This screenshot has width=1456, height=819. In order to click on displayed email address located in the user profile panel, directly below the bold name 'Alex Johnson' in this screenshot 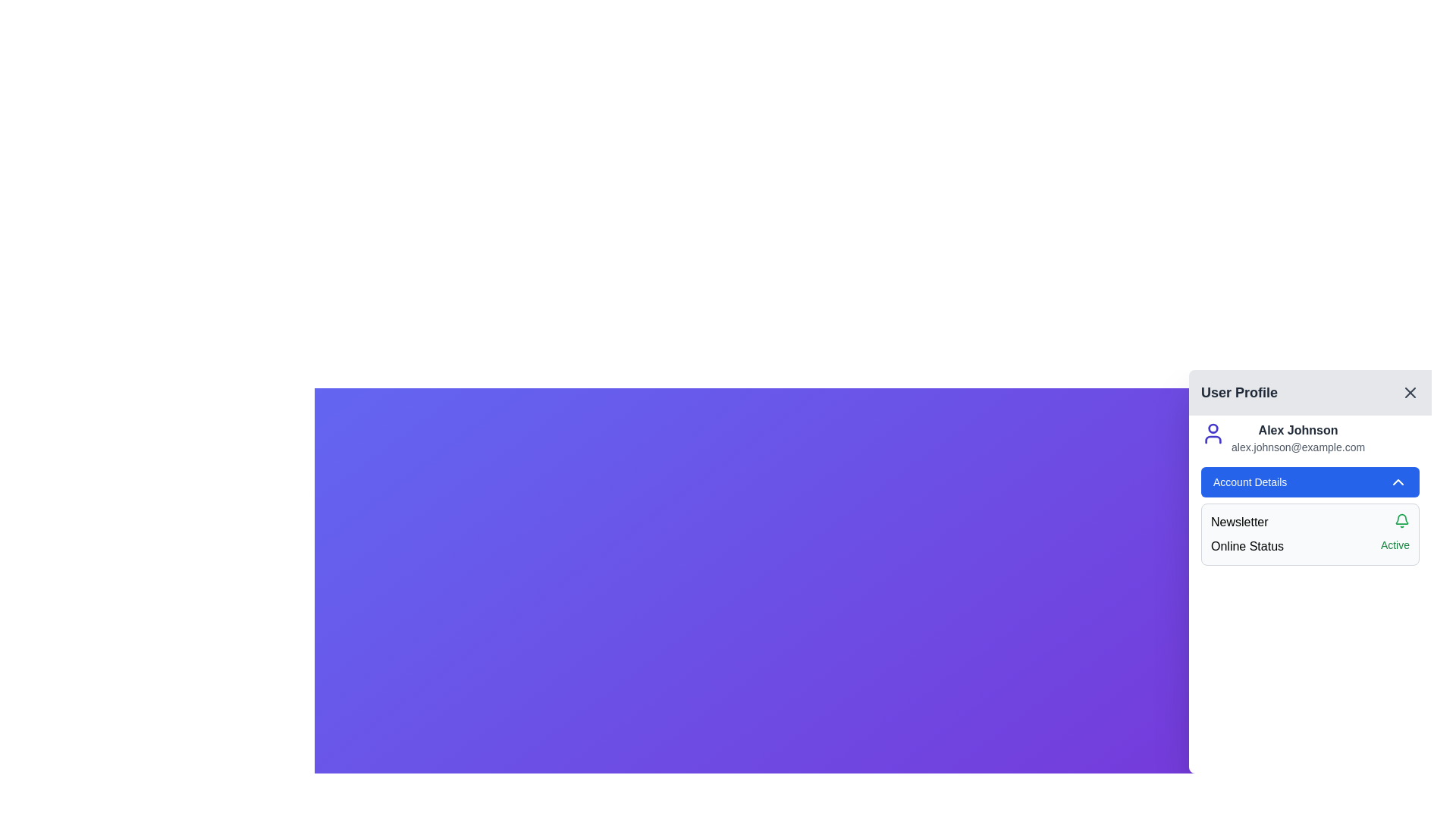, I will do `click(1298, 447)`.